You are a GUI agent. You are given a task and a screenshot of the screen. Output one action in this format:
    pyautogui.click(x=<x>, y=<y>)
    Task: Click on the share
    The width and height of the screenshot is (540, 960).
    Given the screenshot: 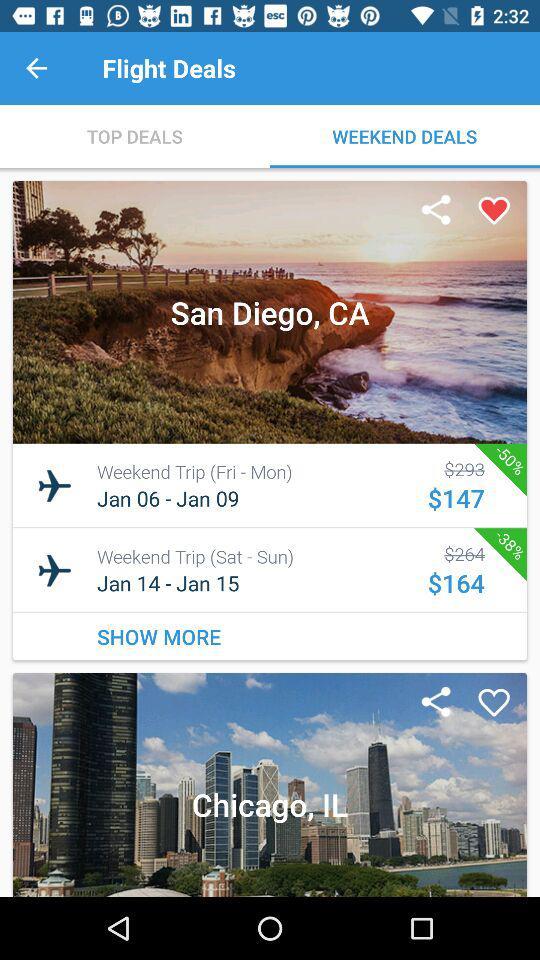 What is the action you would take?
    pyautogui.click(x=435, y=211)
    